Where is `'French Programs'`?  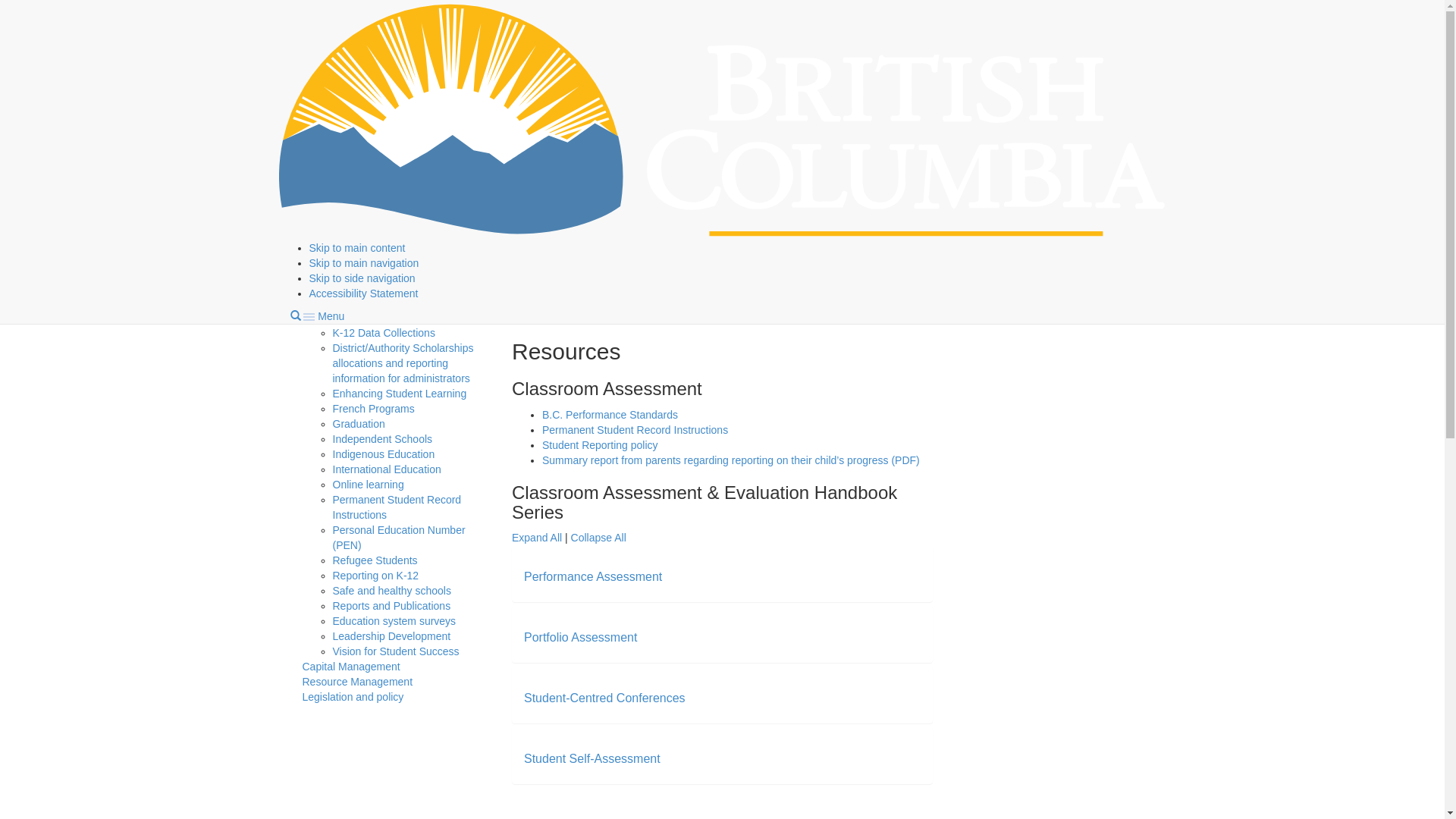
'French Programs' is located at coordinates (372, 408).